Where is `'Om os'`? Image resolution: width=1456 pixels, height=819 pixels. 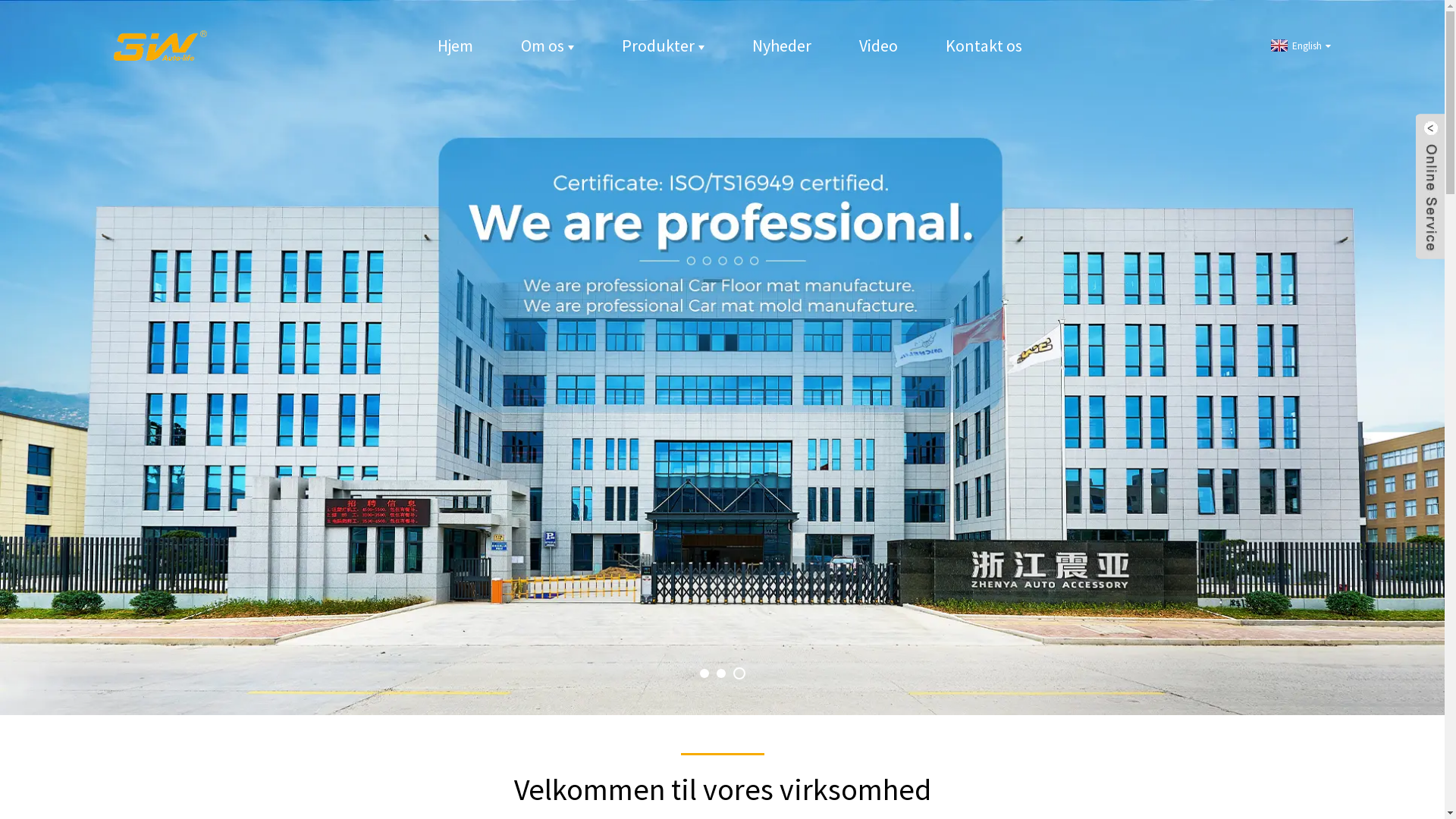 'Om os' is located at coordinates (520, 45).